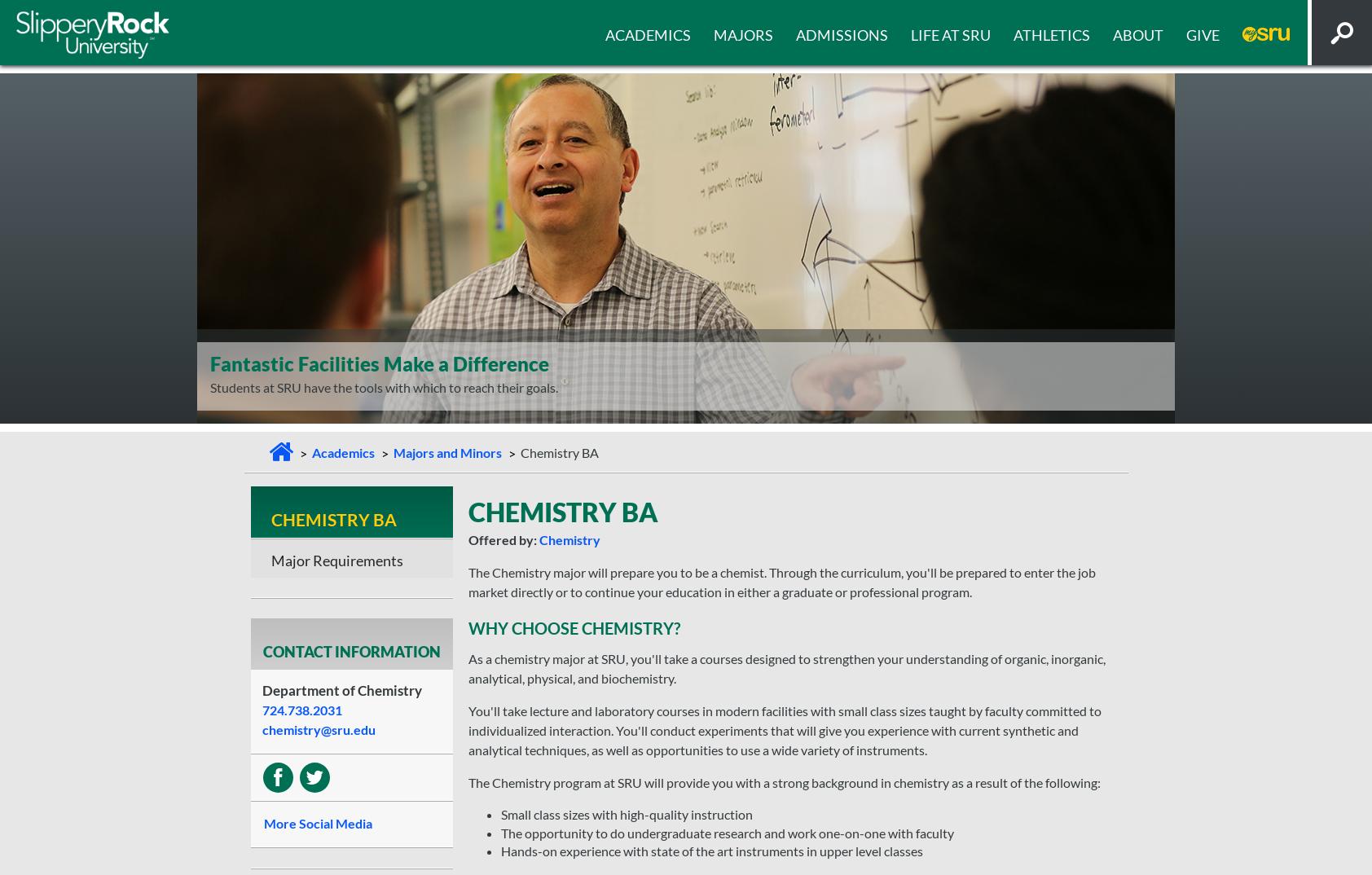  Describe the element at coordinates (781, 581) in the screenshot. I see `'The Chemistry major will prepare you to be a chemist. Through the curriculum, you'll be prepared to enter the job market directly or to continue your education in either a graduate or professional program.'` at that location.